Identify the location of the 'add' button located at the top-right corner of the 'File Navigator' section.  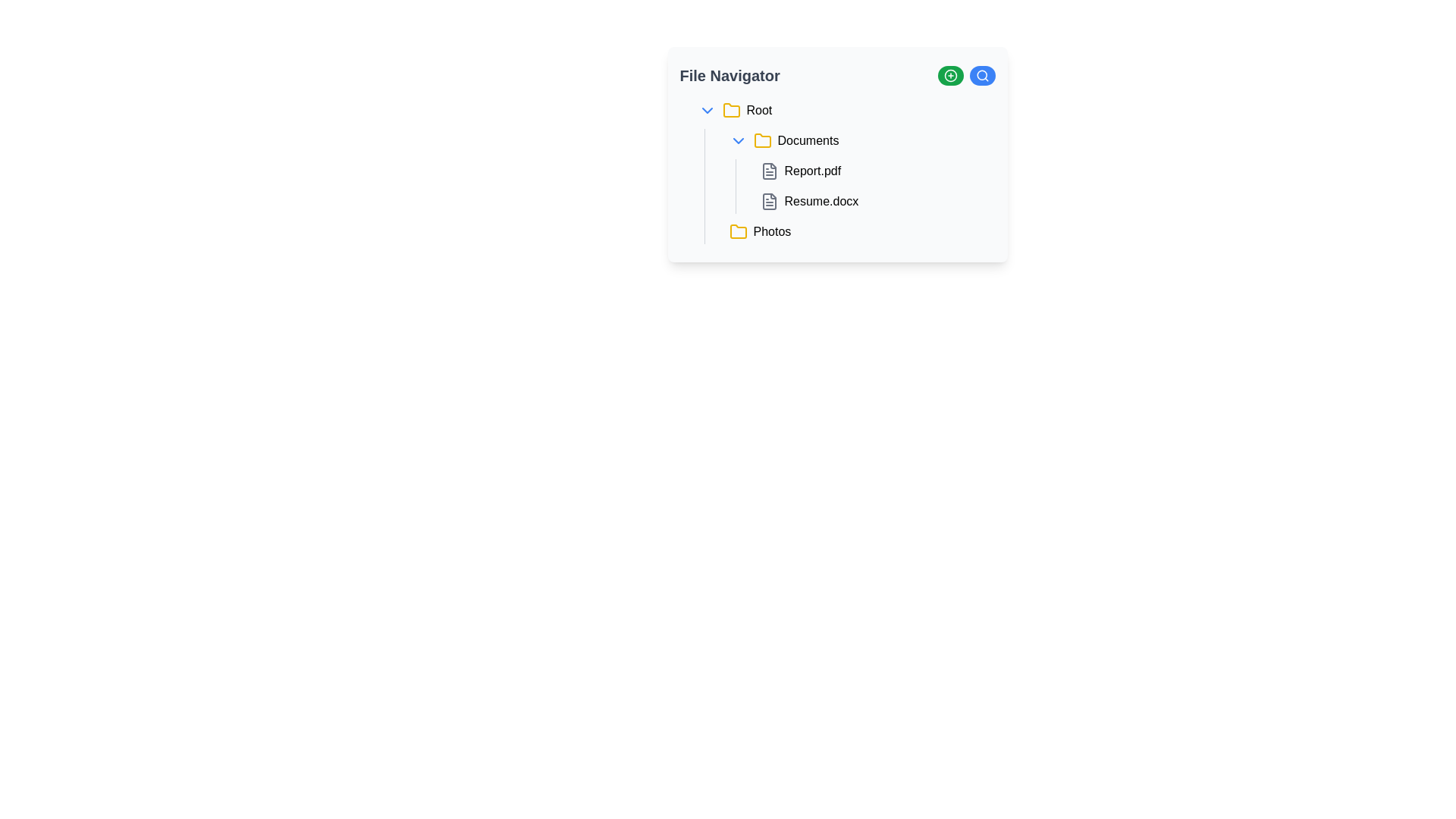
(949, 76).